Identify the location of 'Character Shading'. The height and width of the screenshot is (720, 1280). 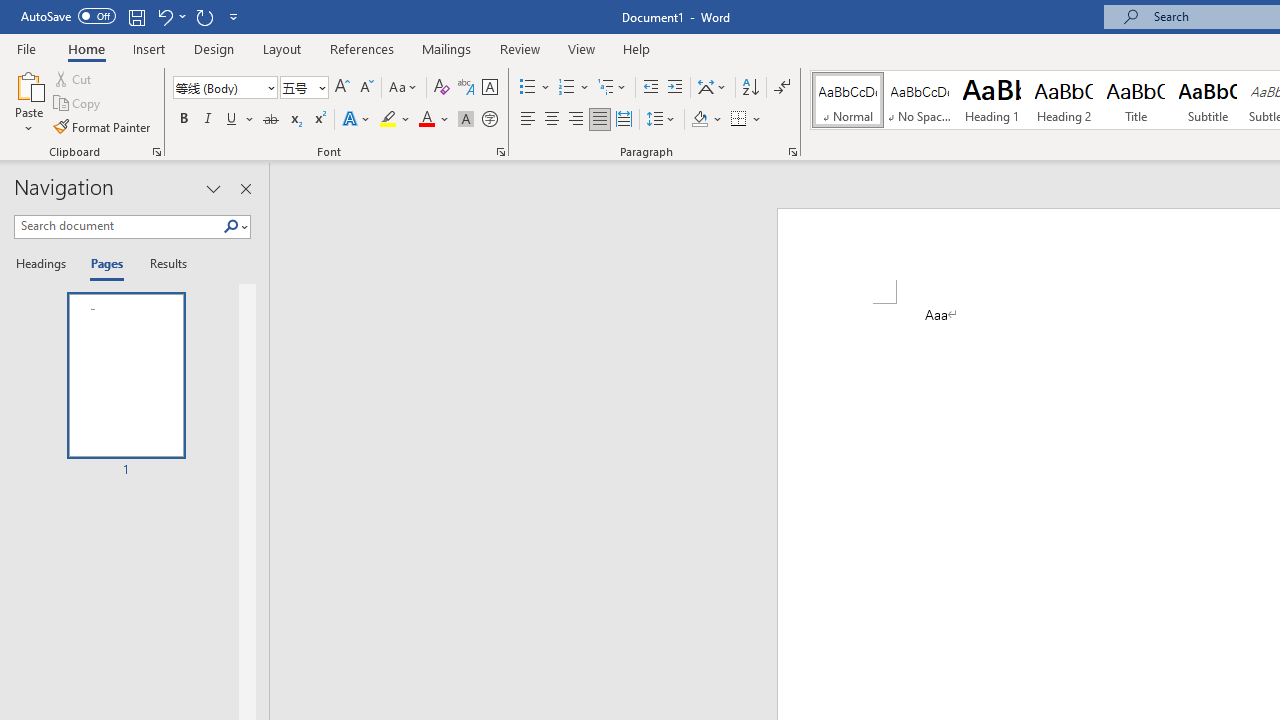
(464, 119).